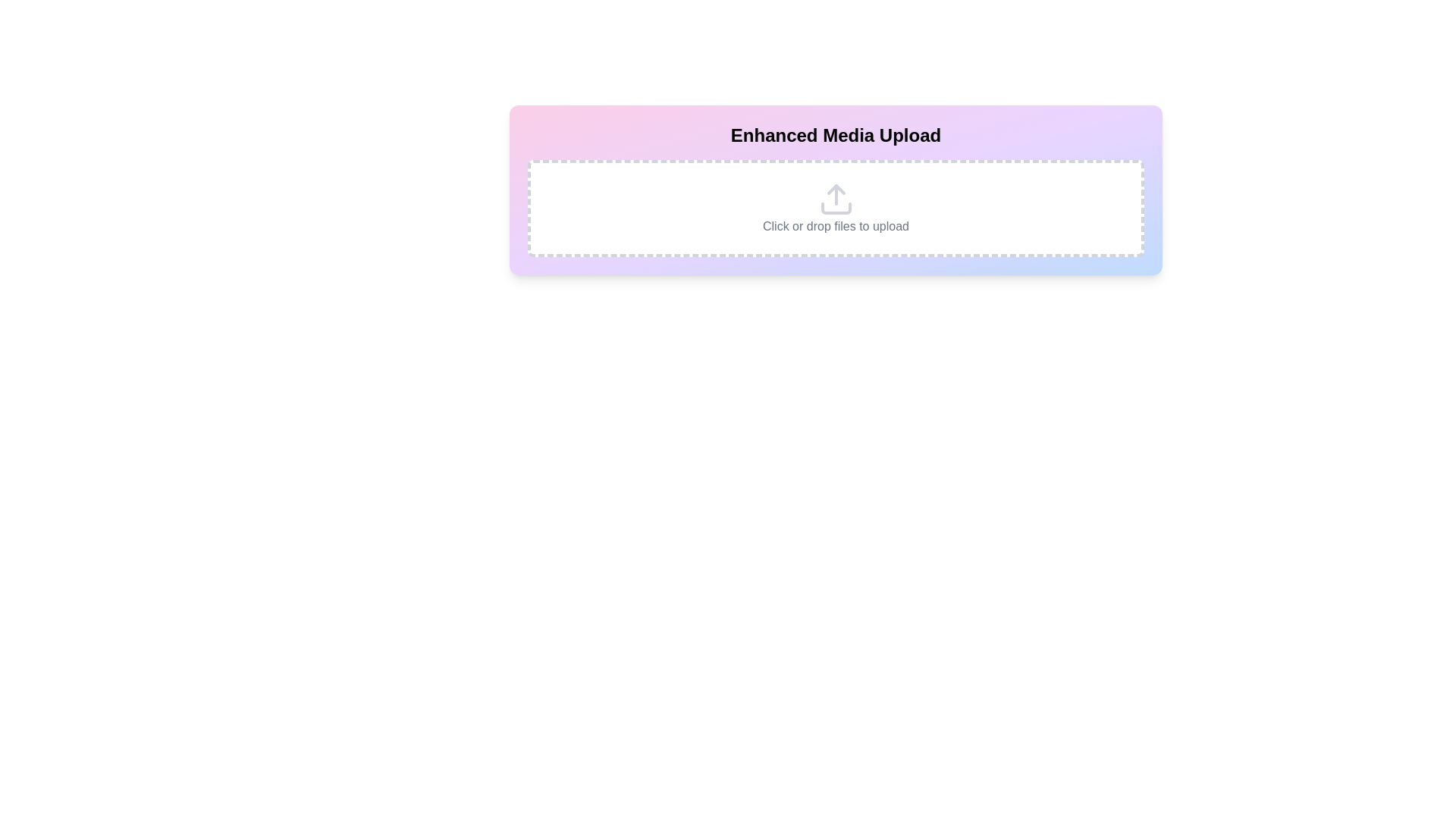 Image resolution: width=1456 pixels, height=819 pixels. I want to click on the upload icon element, which features an upward arrow directed to an open square, located centrally within a dashed-bordered rectangular area labeled 'Click or drop files to upload.', so click(835, 198).